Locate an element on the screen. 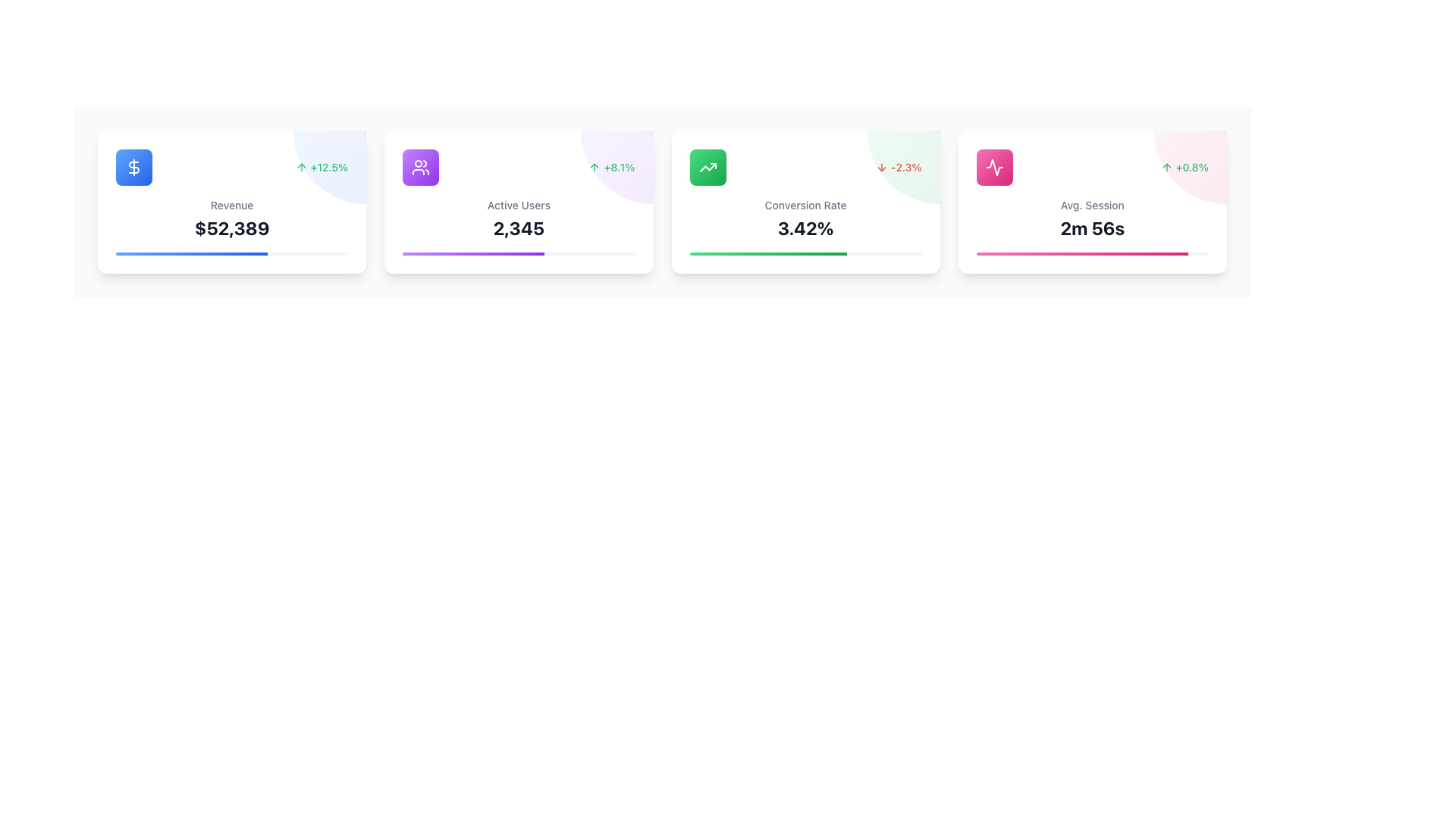  the upward trend icon in the header of the 'Conversion Rate' card, which is located in the top-left section of the third card from the left is located at coordinates (707, 167).